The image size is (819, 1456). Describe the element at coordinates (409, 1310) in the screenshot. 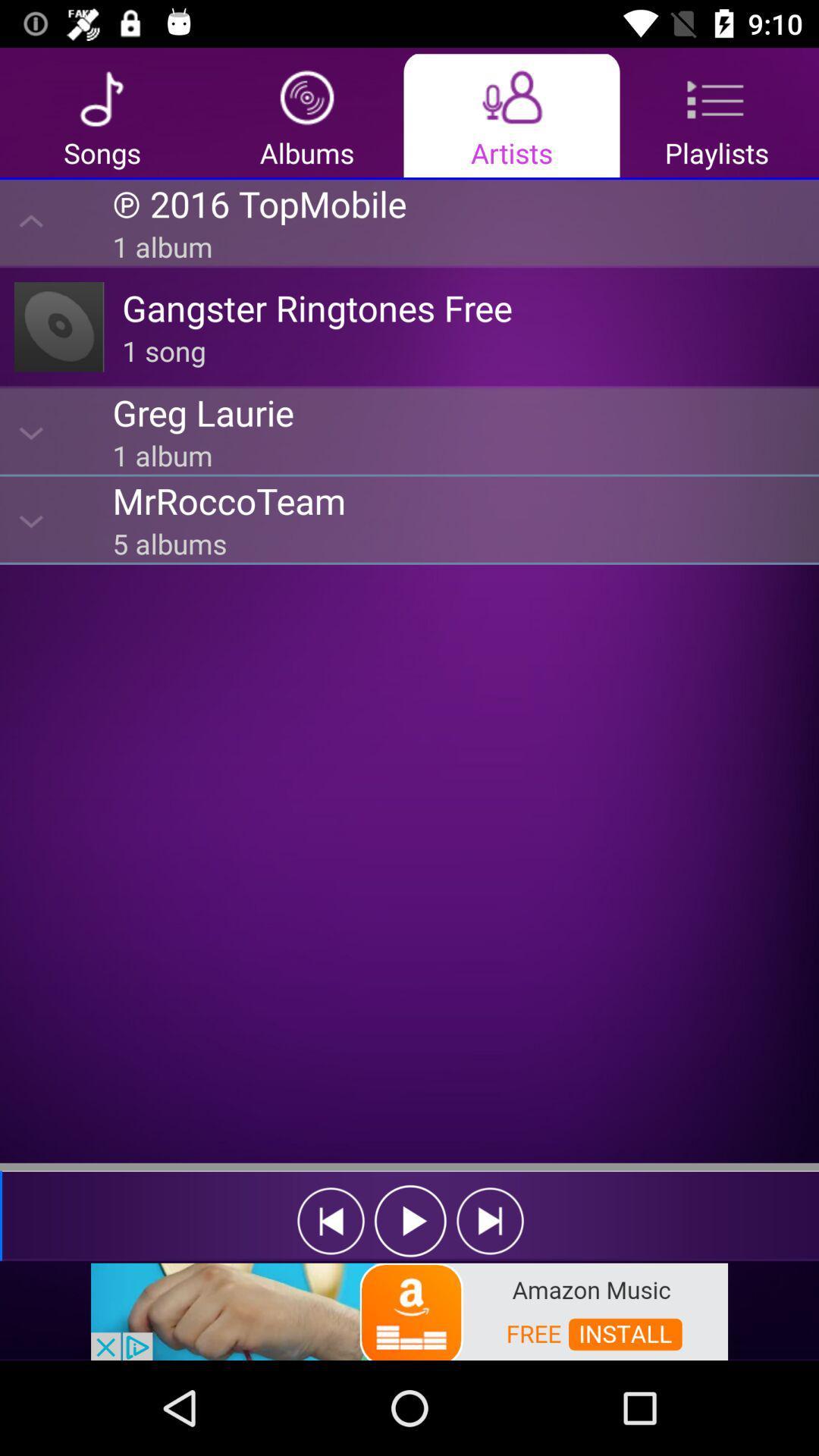

I see `see sponsored content` at that location.